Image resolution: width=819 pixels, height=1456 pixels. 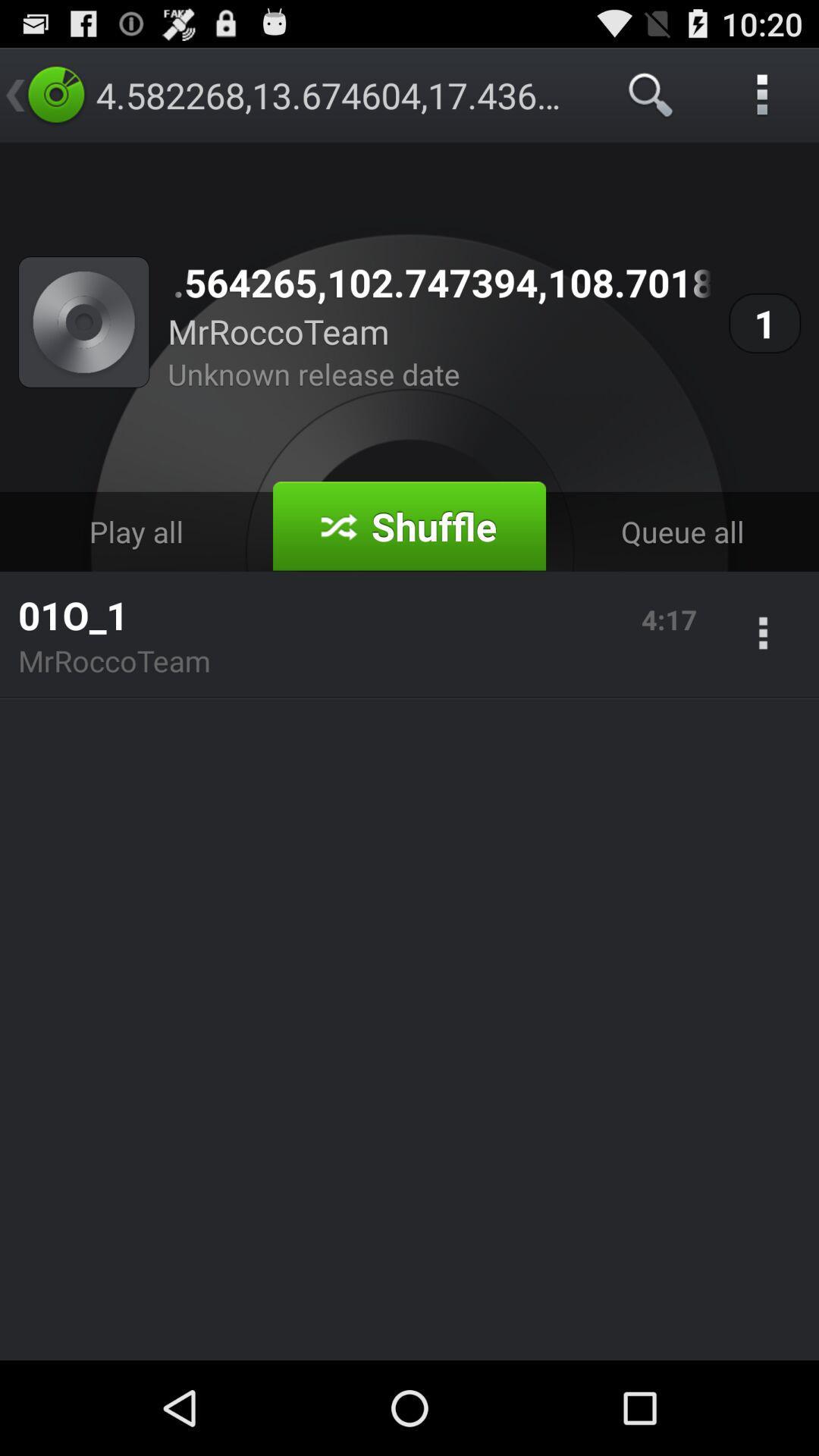 What do you see at coordinates (136, 532) in the screenshot?
I see `play all on the left` at bounding box center [136, 532].